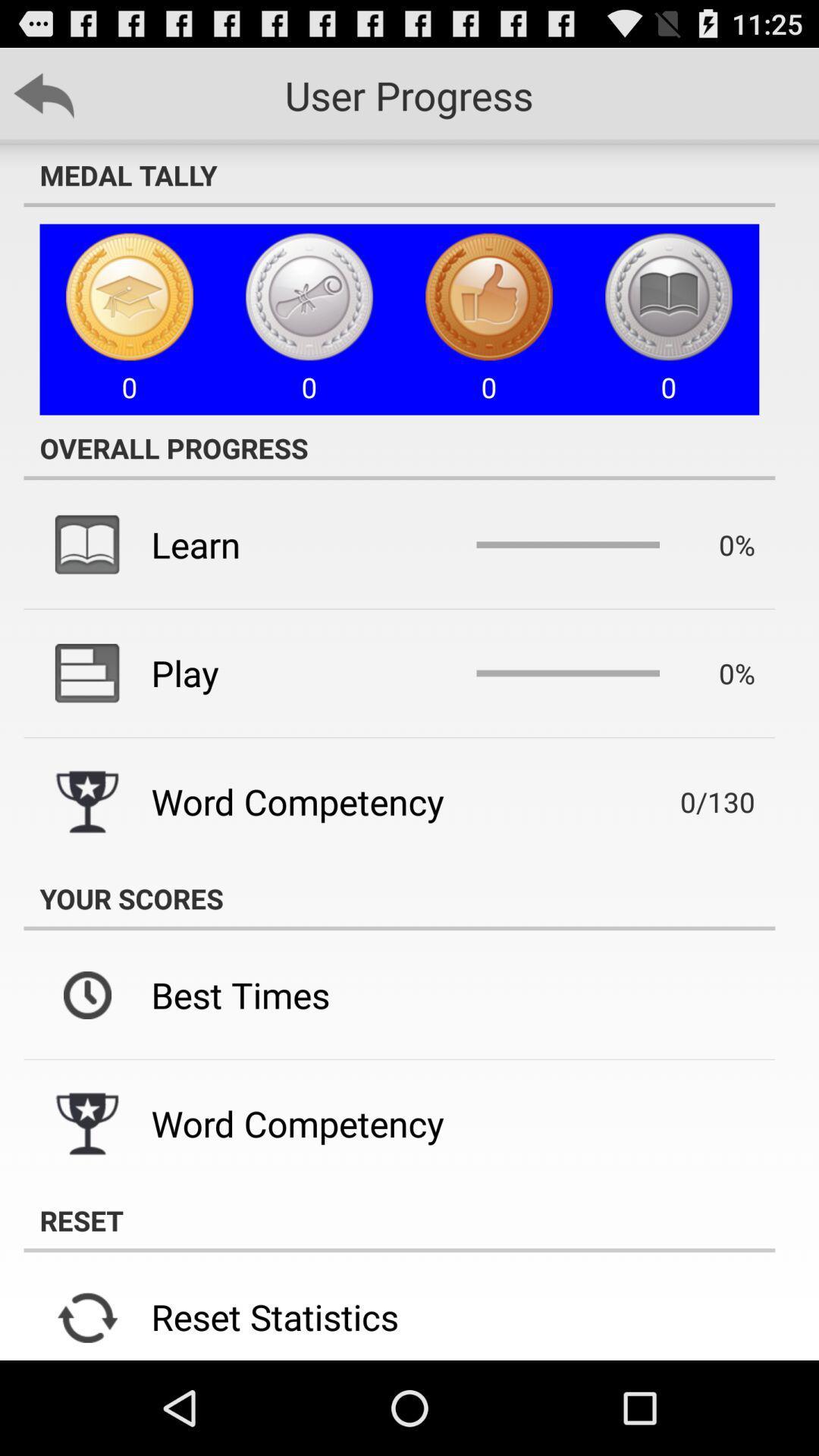 Image resolution: width=819 pixels, height=1456 pixels. I want to click on the icon above the word competency icon, so click(184, 672).